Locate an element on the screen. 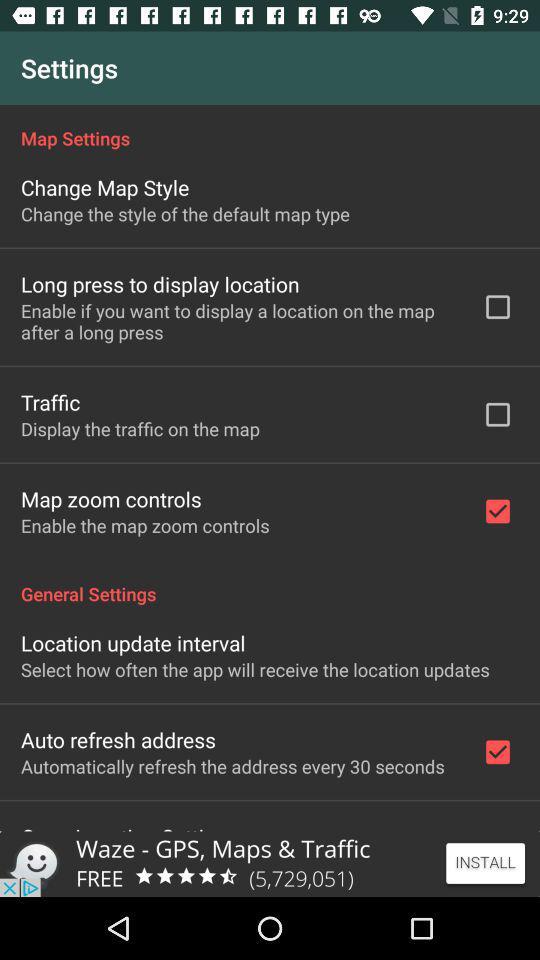 The image size is (540, 960). install this app is located at coordinates (270, 863).